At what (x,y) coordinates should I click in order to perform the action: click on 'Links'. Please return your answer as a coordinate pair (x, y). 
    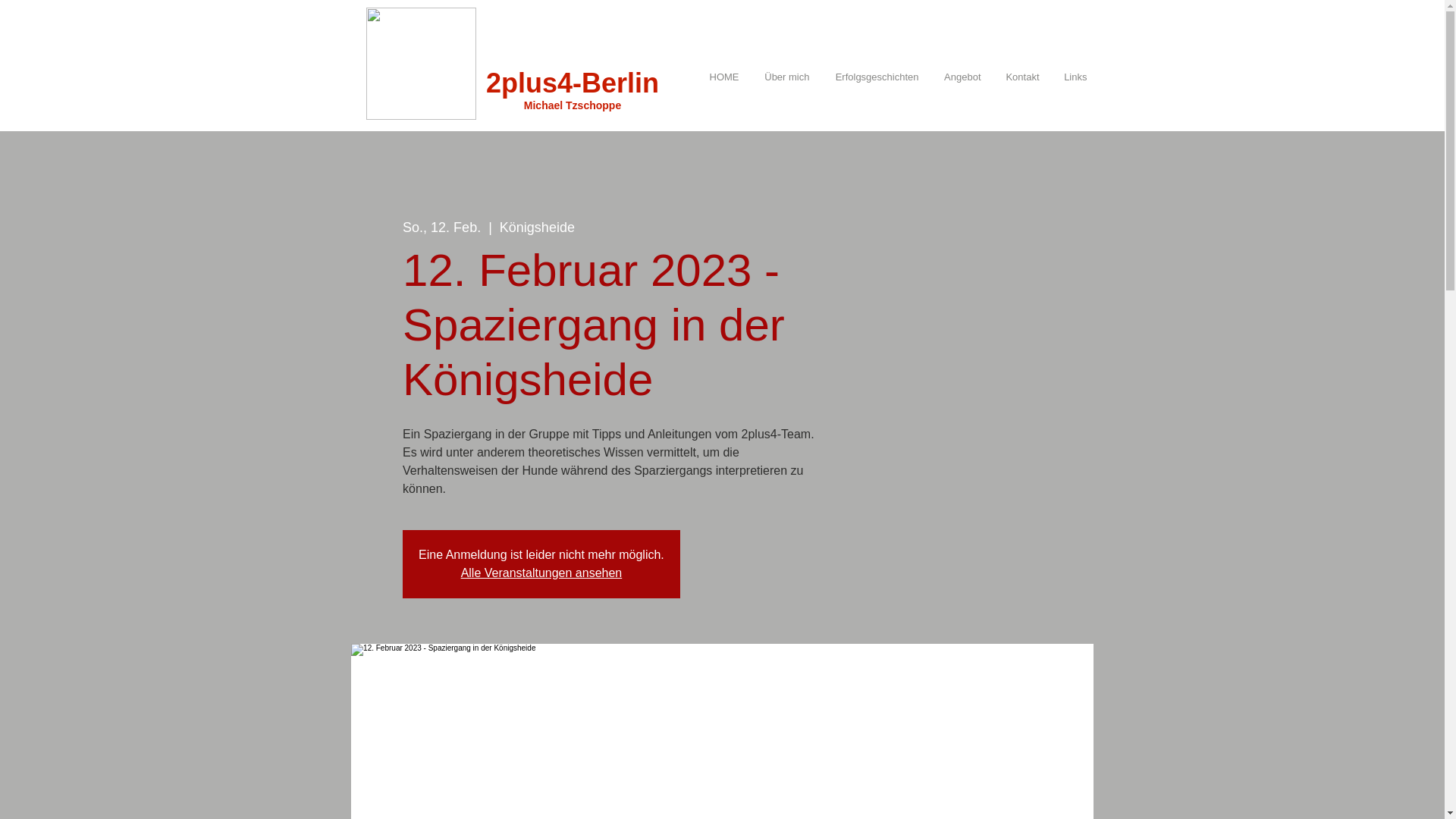
    Looking at the image, I should click on (1071, 77).